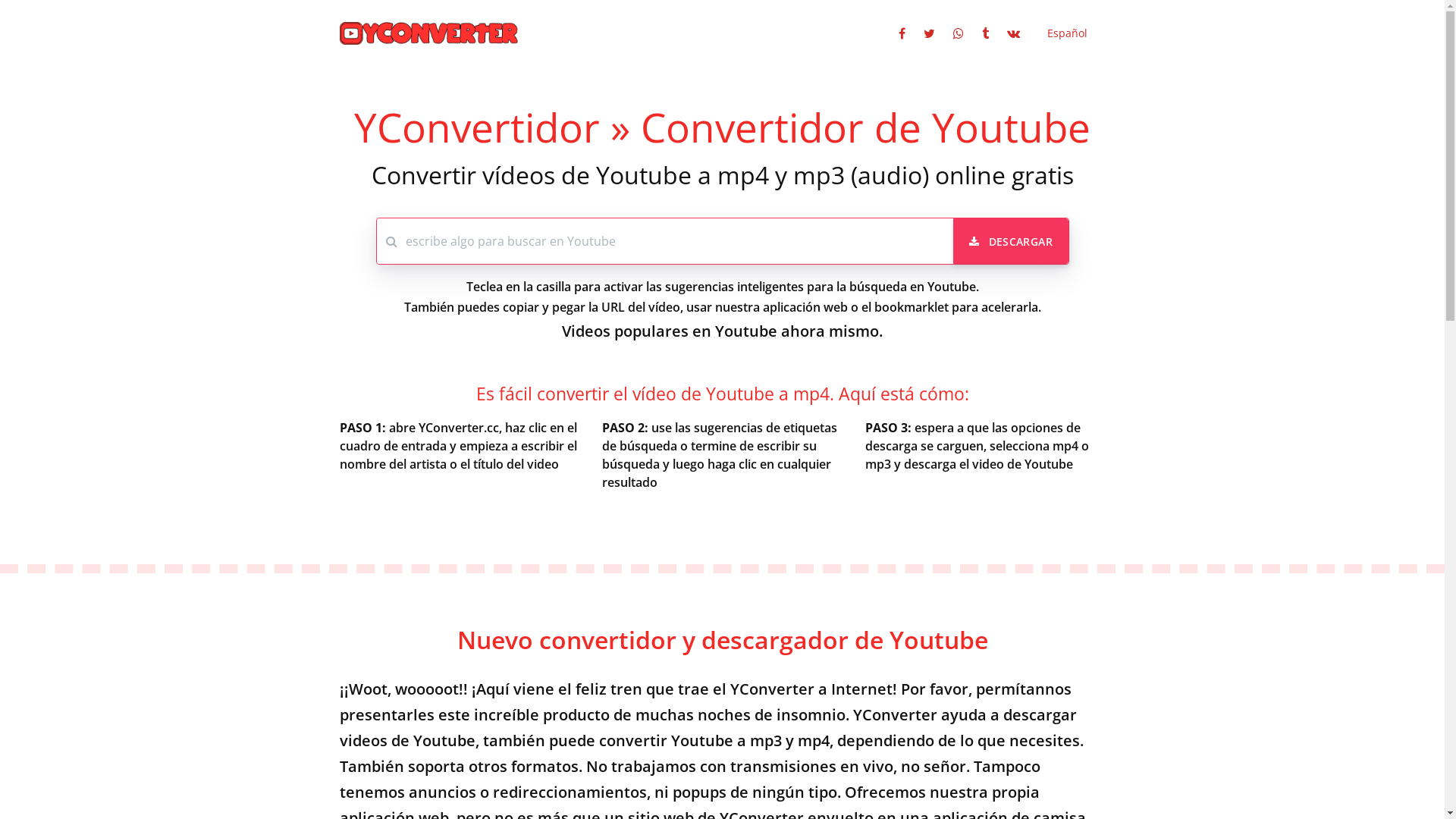 The image size is (1456, 819). What do you see at coordinates (984, 33) in the screenshot?
I see `'Compartir en Tumblr'` at bounding box center [984, 33].